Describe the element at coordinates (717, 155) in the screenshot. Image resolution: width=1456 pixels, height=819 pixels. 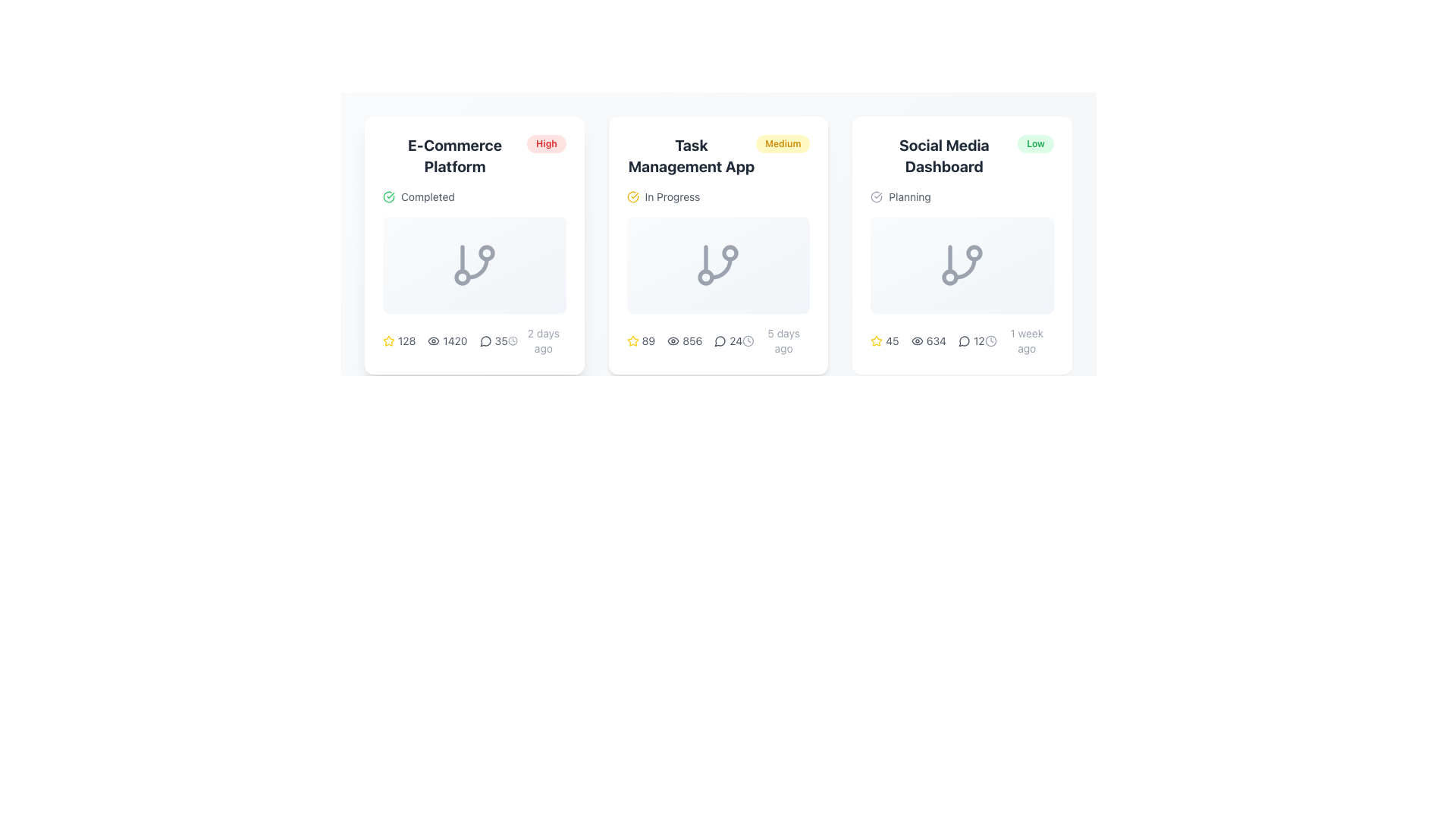
I see `the bold title 'Task Management App' to potentially open the task details` at that location.